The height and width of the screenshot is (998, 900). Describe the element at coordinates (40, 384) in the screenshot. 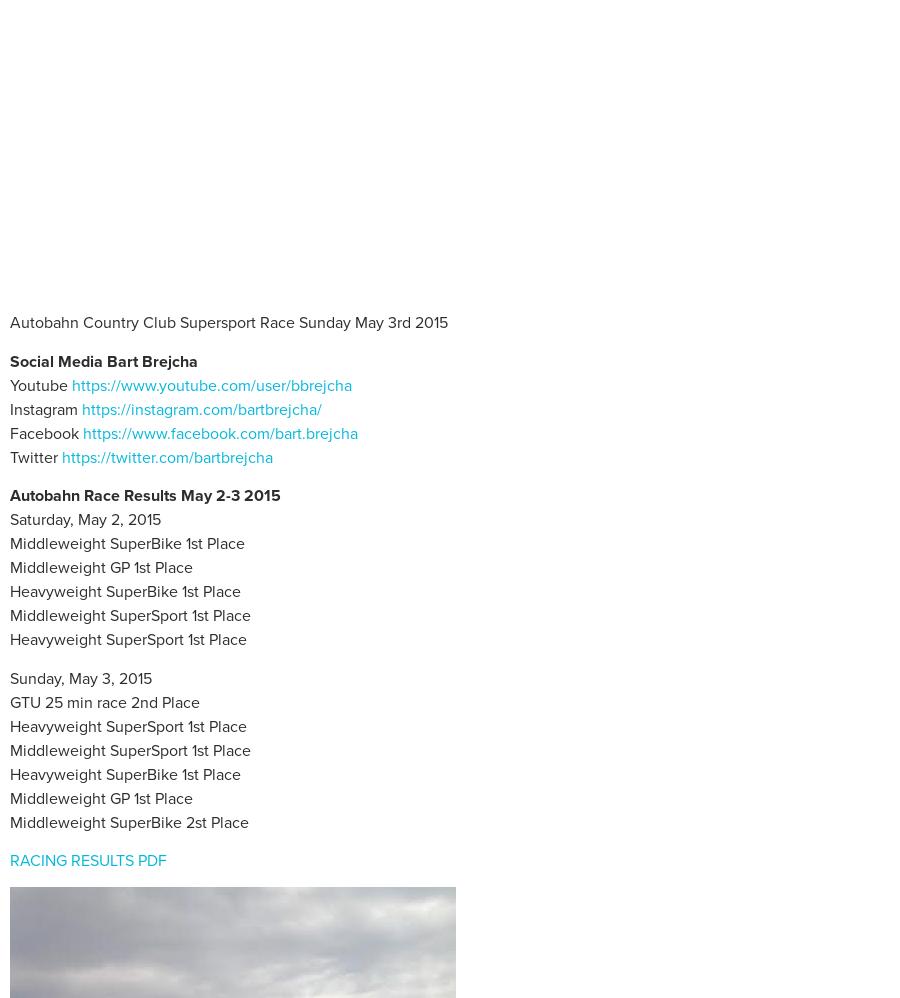

I see `'Youtube'` at that location.